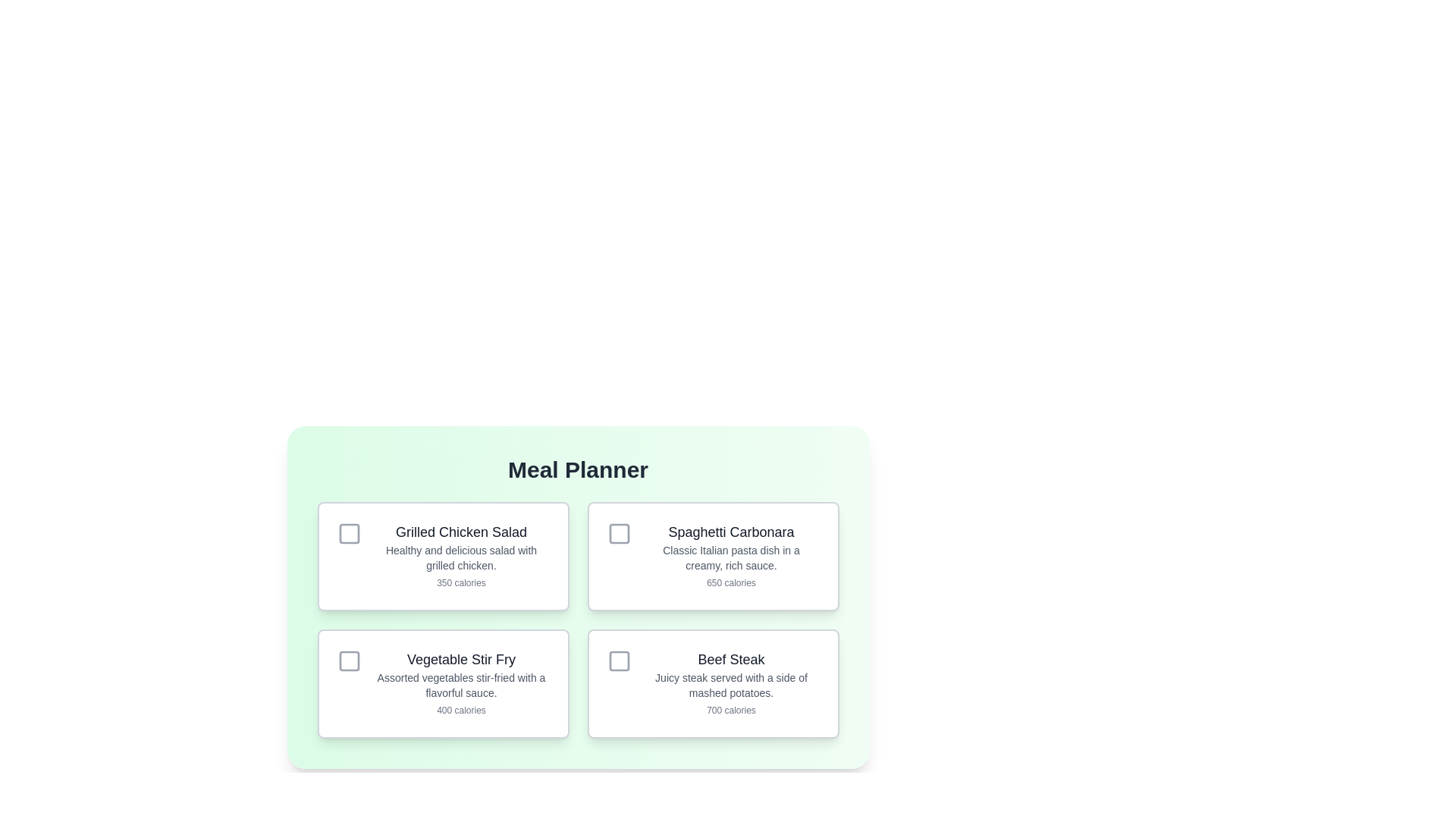  What do you see at coordinates (731, 659) in the screenshot?
I see `title label for the food item 'Beef Steak' located at the top of the bottom-right card in the meal planner grid` at bounding box center [731, 659].